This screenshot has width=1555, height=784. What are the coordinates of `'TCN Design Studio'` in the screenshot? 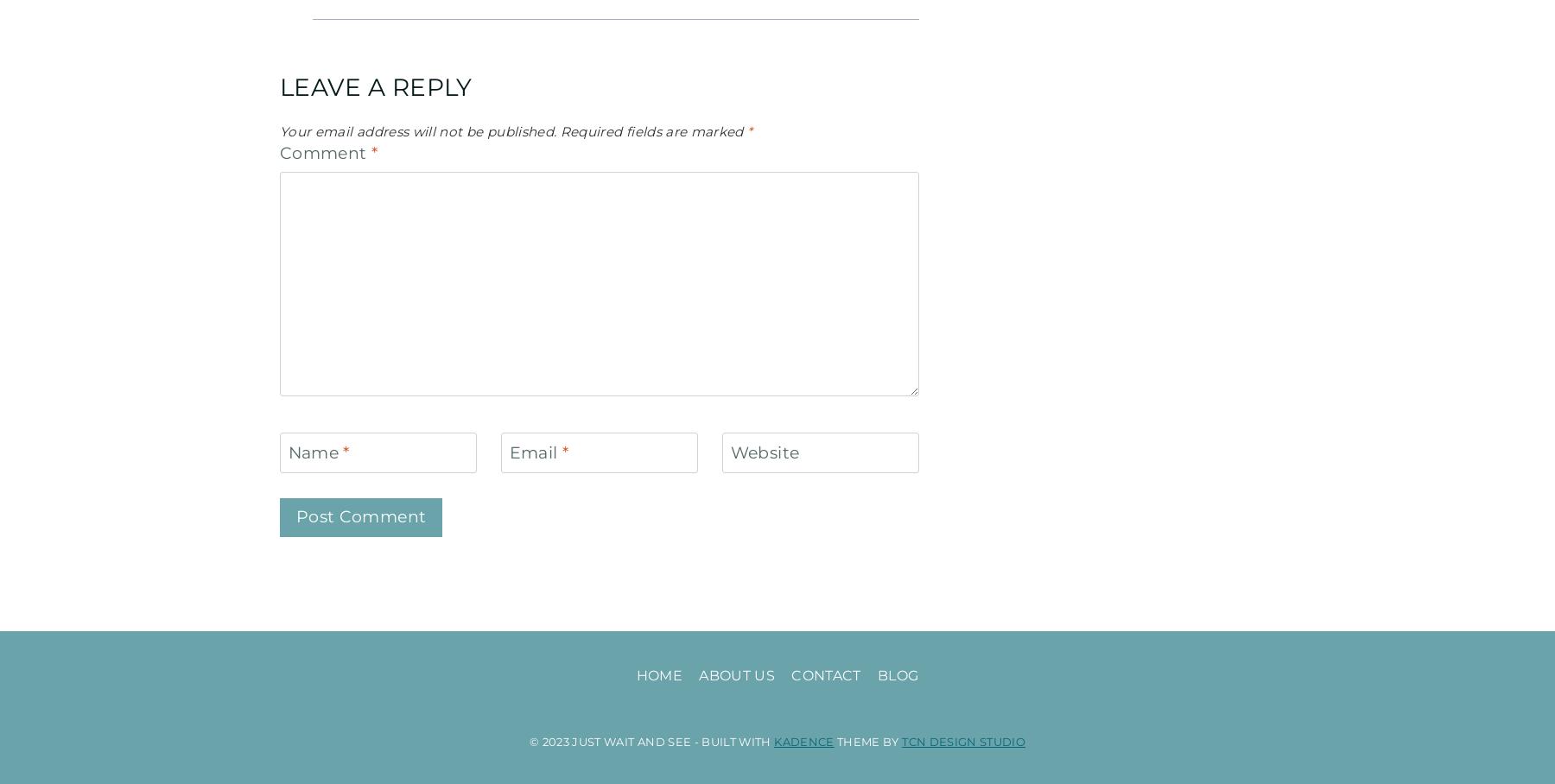 It's located at (963, 739).